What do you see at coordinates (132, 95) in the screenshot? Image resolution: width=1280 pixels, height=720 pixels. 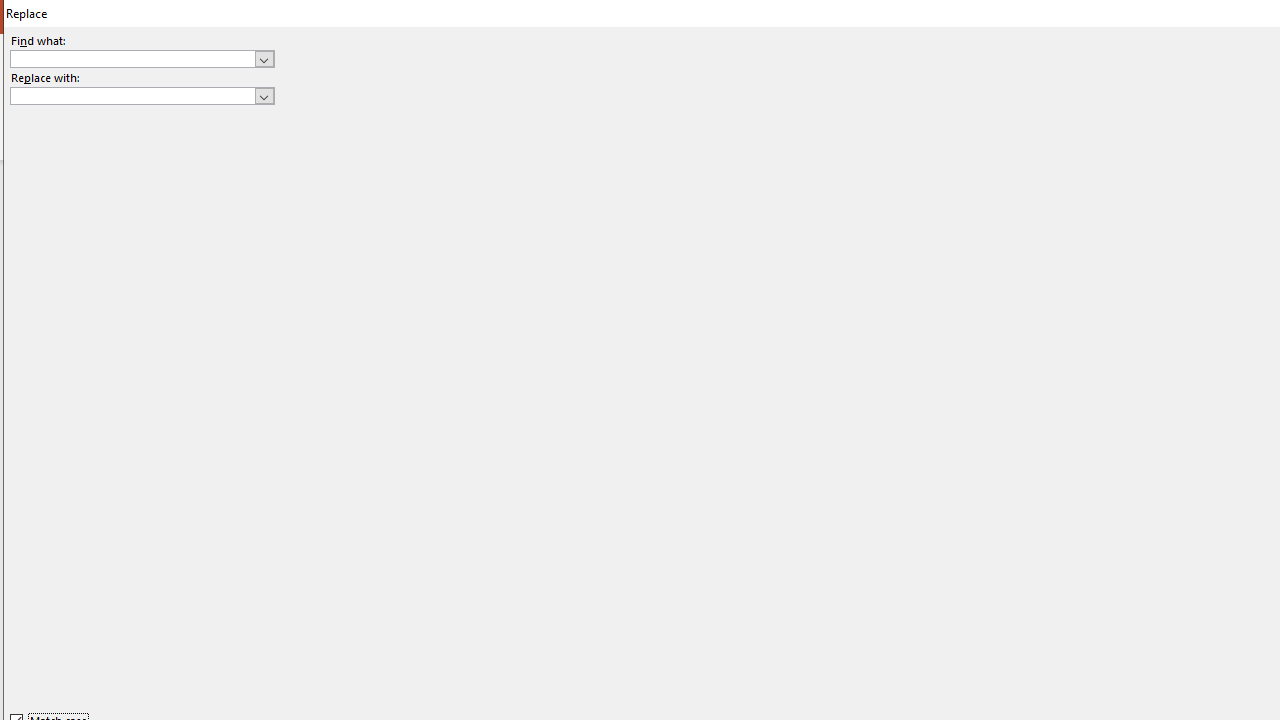 I see `'Replace with'` at bounding box center [132, 95].